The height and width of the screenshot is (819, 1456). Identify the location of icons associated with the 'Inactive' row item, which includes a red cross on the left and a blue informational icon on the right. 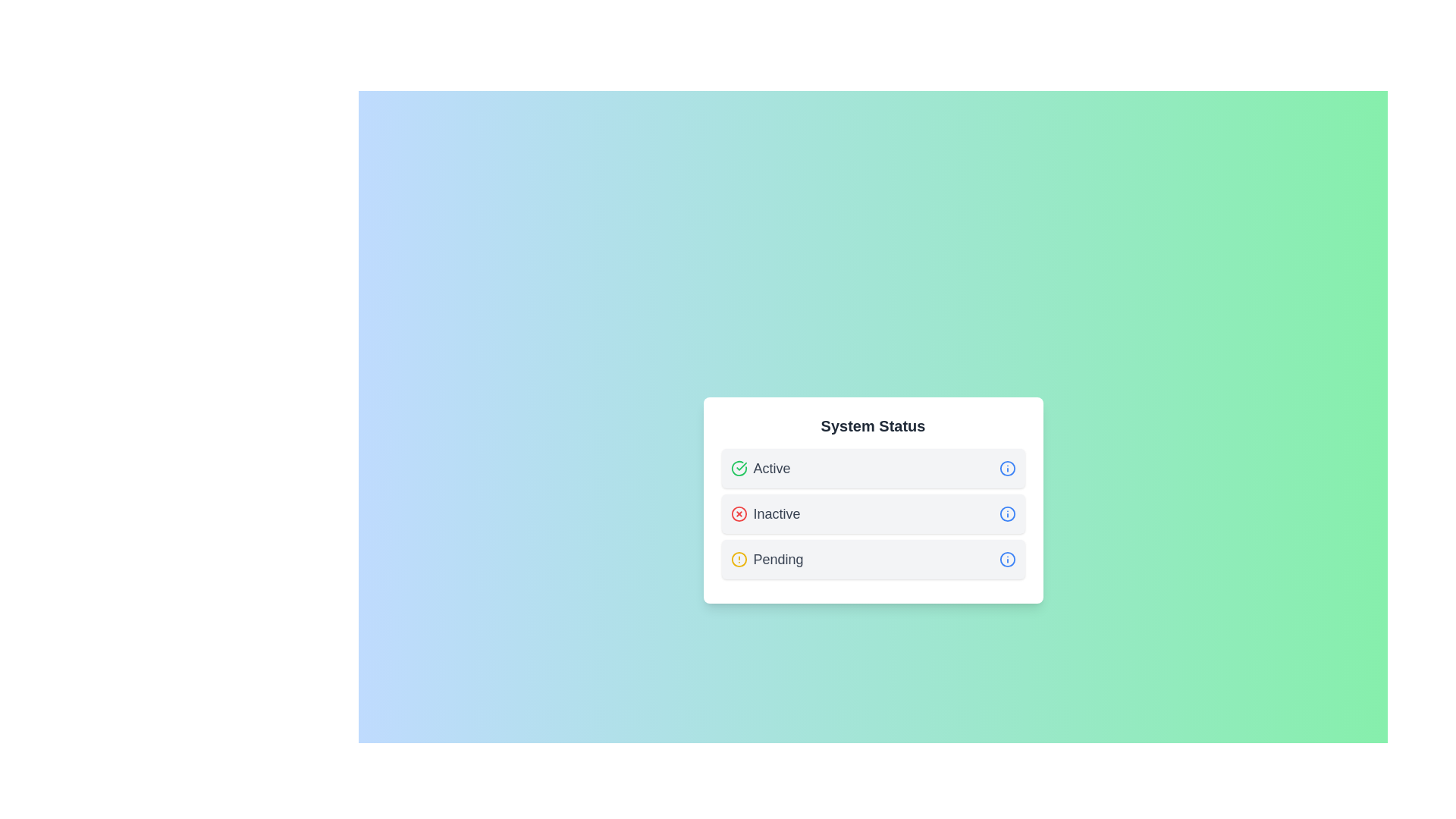
(873, 513).